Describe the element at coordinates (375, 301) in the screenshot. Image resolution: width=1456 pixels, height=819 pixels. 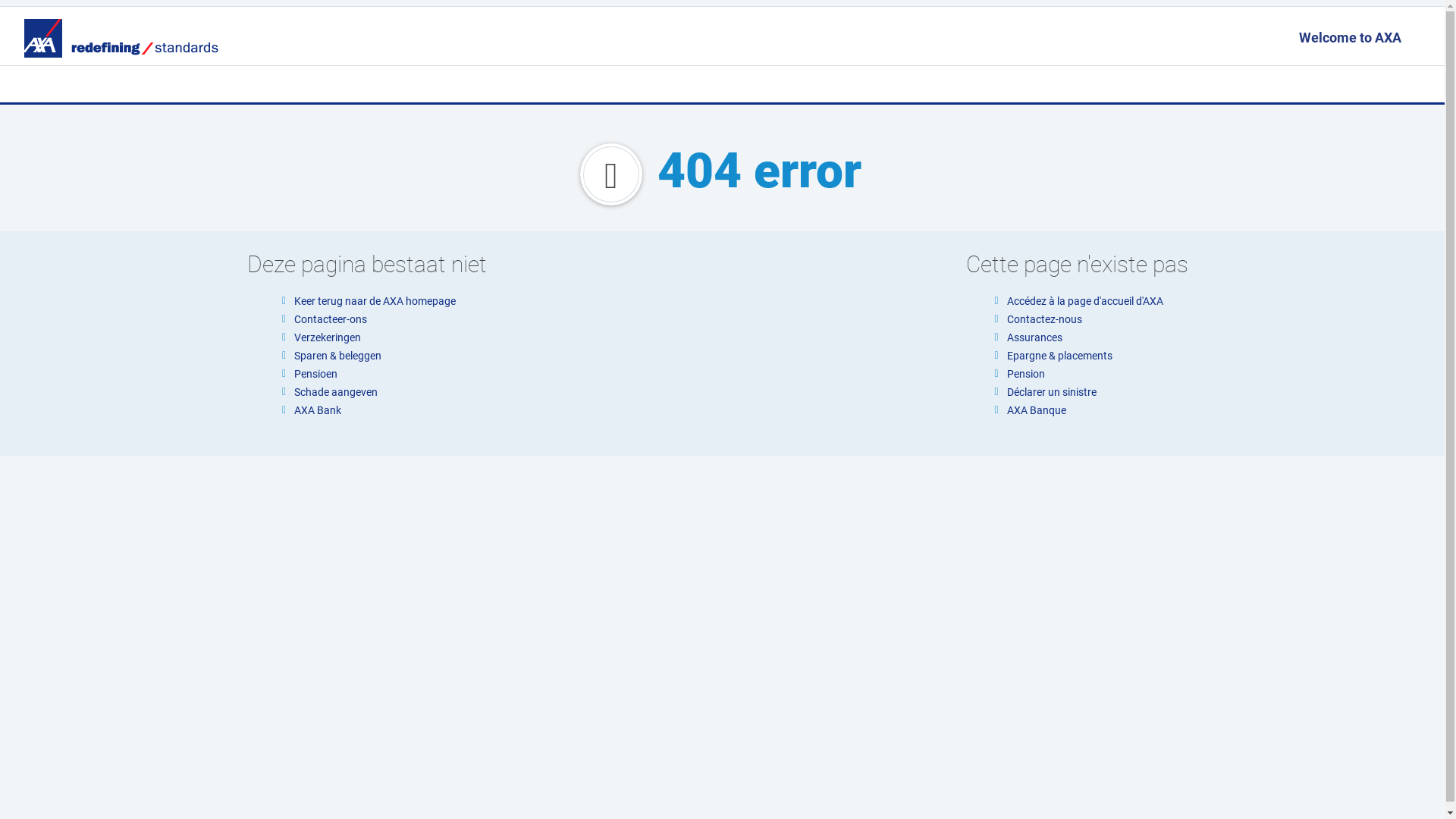
I see `'Keer terug naar de AXA homepage'` at that location.